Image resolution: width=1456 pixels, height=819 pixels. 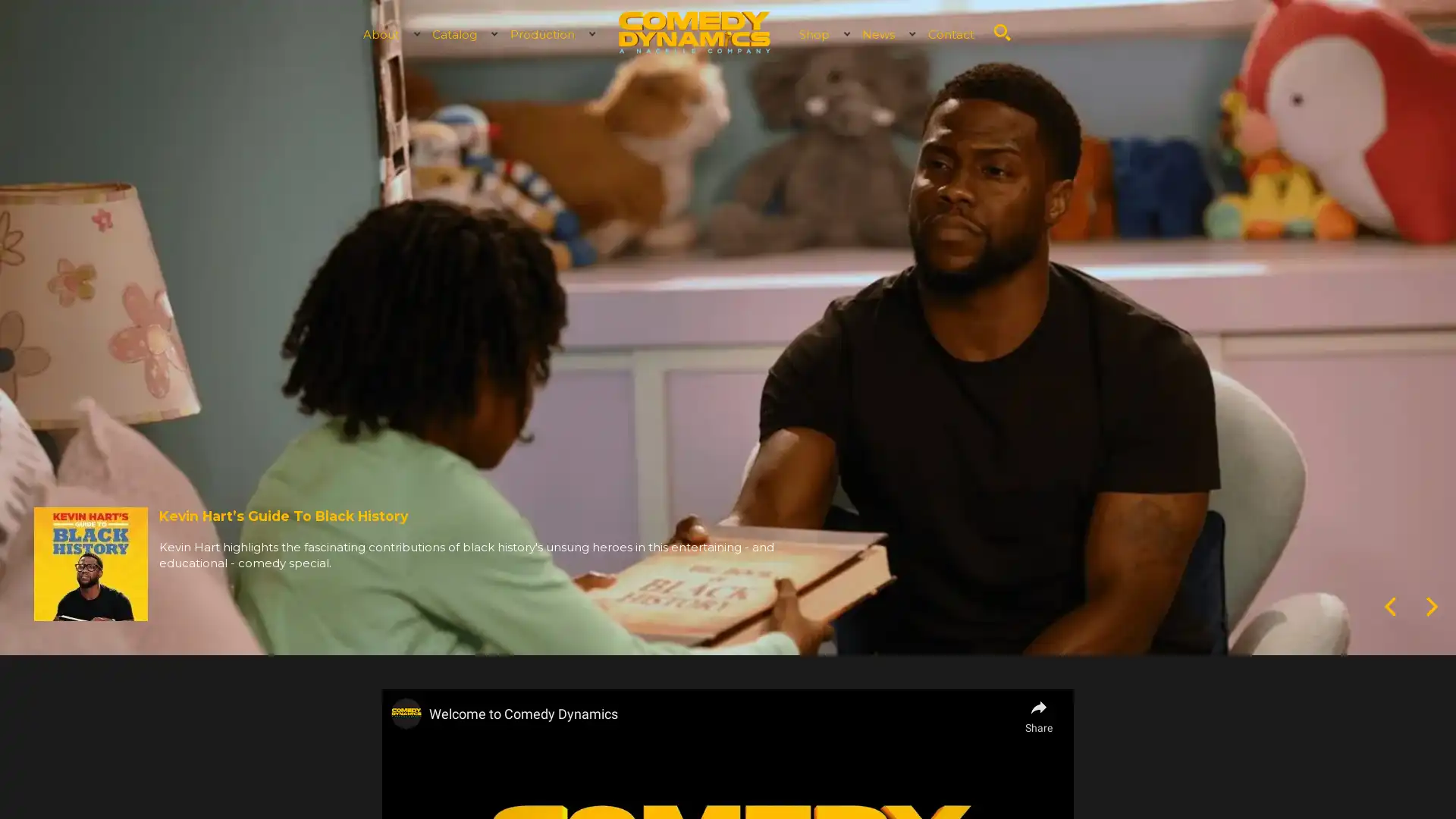 I want to click on Expand child menu, so click(x=591, y=34).